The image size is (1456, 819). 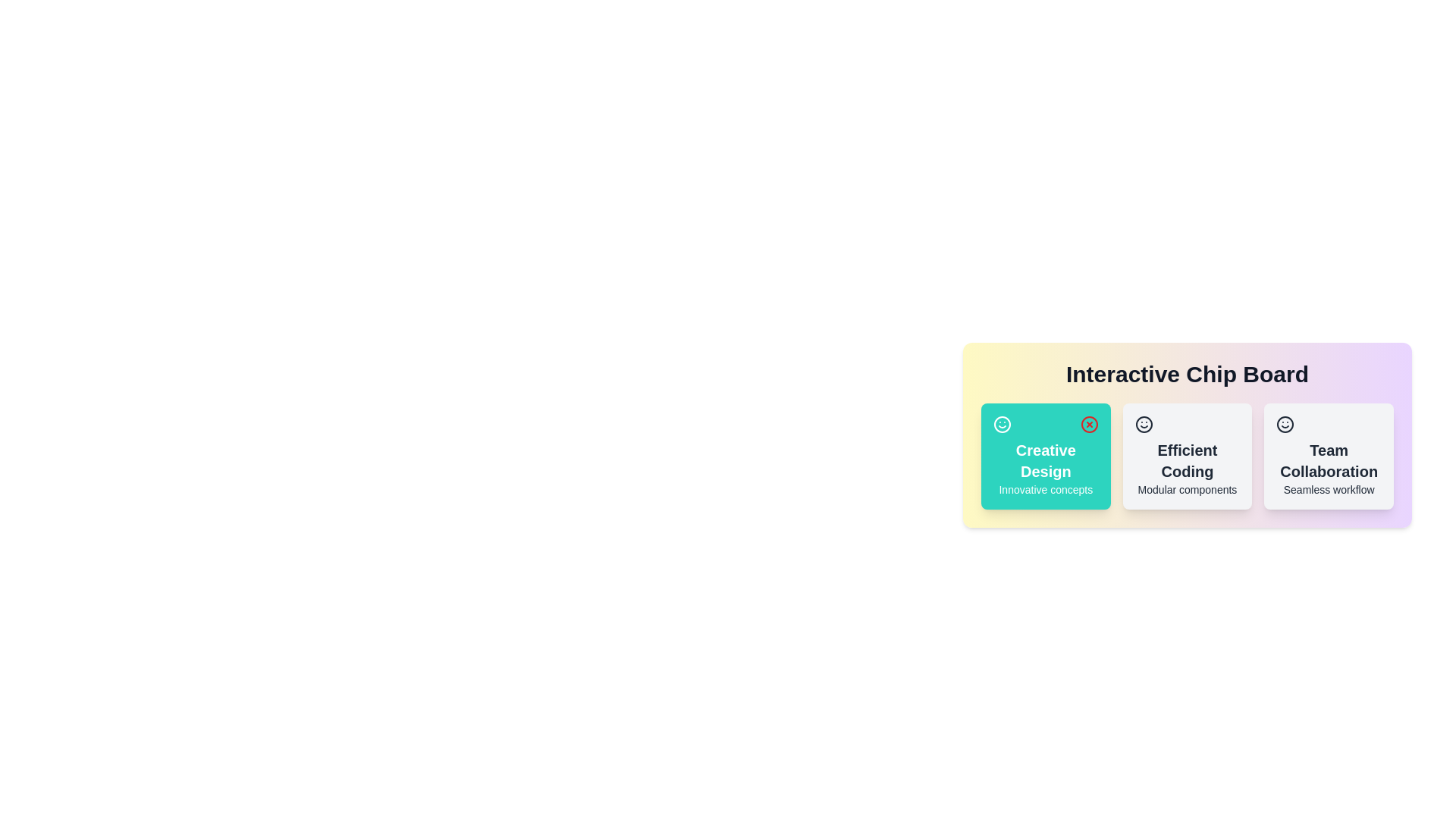 What do you see at coordinates (1186, 455) in the screenshot?
I see `the chip labeled 'Efficient Coding' by clicking on it` at bounding box center [1186, 455].